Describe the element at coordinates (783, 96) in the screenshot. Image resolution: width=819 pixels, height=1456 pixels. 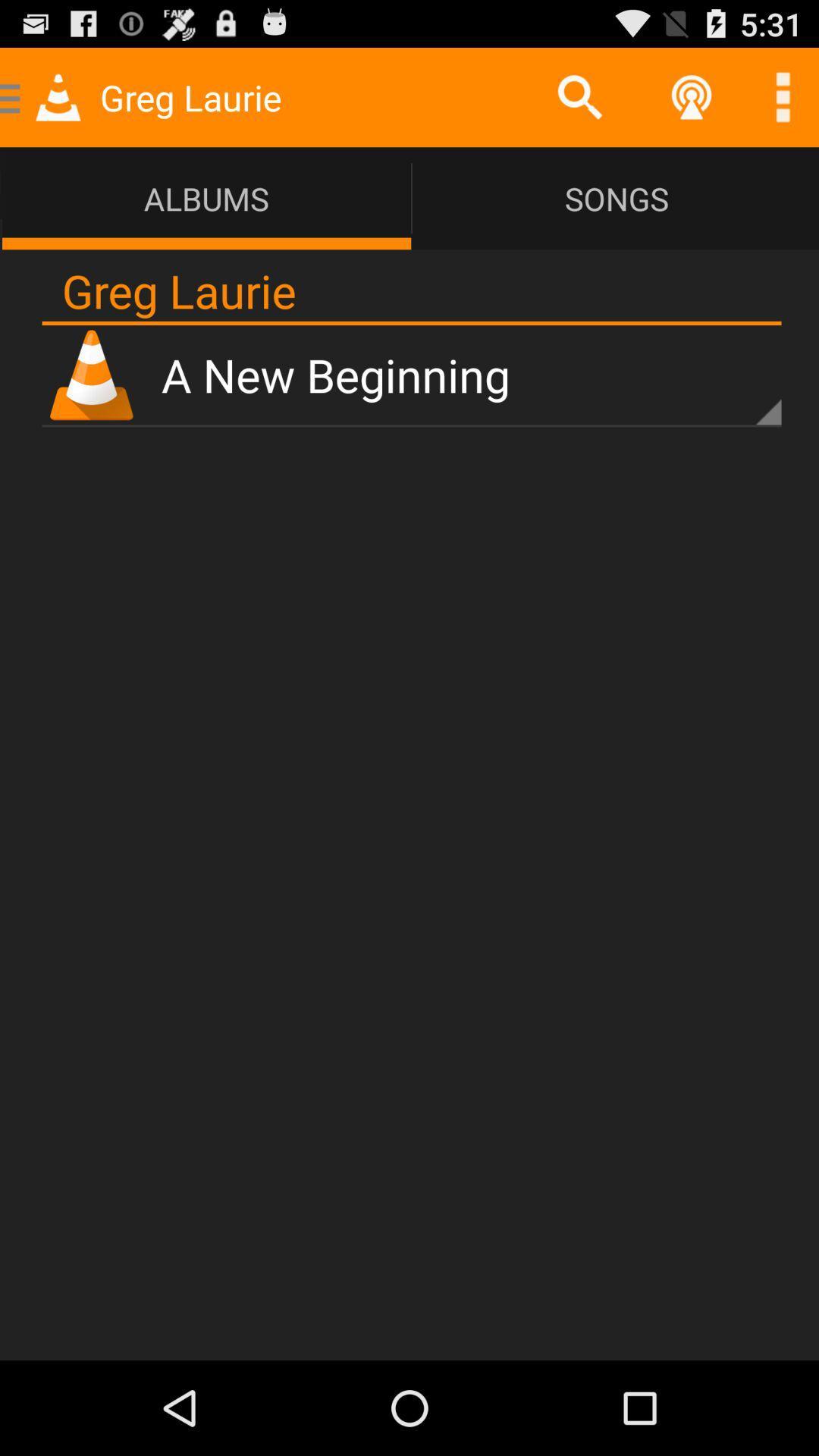
I see `more options` at that location.